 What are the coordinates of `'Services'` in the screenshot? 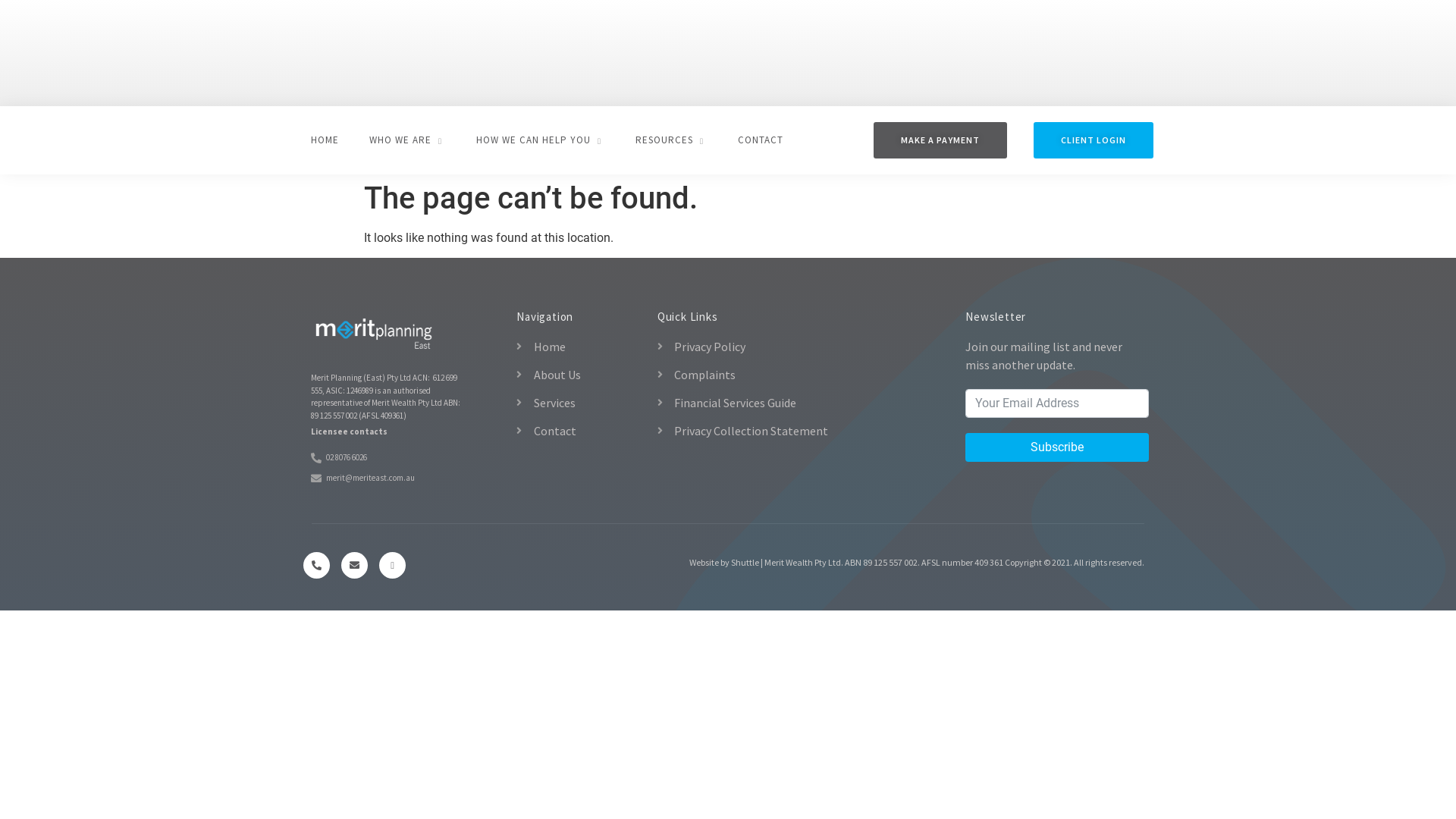 It's located at (578, 402).